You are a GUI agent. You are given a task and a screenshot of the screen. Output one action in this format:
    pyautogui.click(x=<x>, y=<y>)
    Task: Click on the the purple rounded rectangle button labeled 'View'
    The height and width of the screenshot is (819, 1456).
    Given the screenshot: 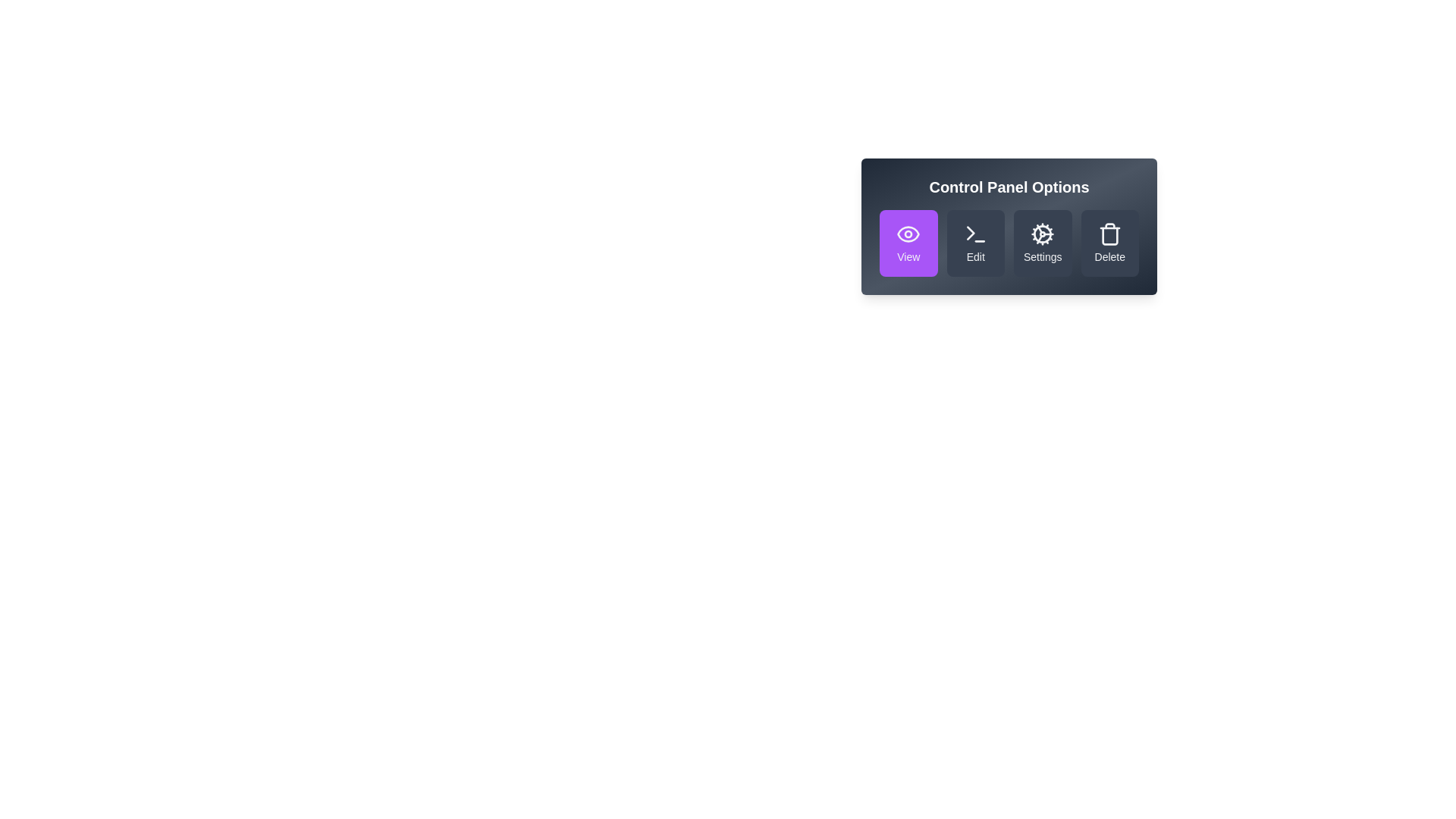 What is the action you would take?
    pyautogui.click(x=908, y=242)
    